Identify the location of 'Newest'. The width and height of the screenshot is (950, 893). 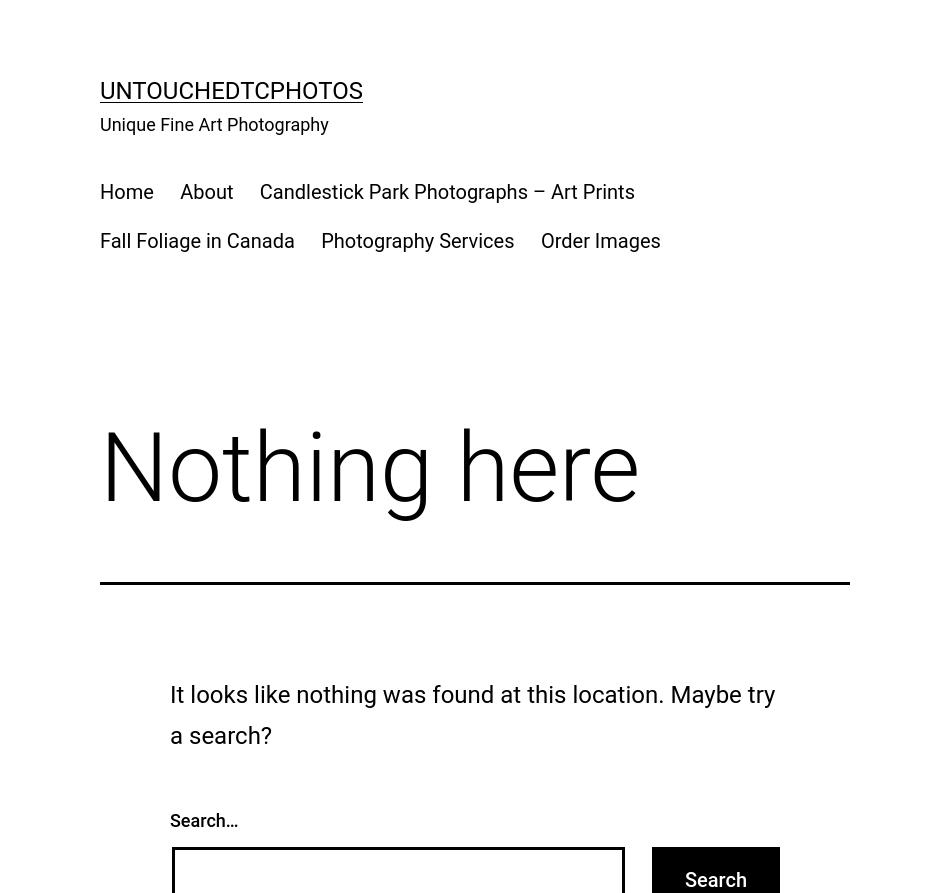
(180, 142).